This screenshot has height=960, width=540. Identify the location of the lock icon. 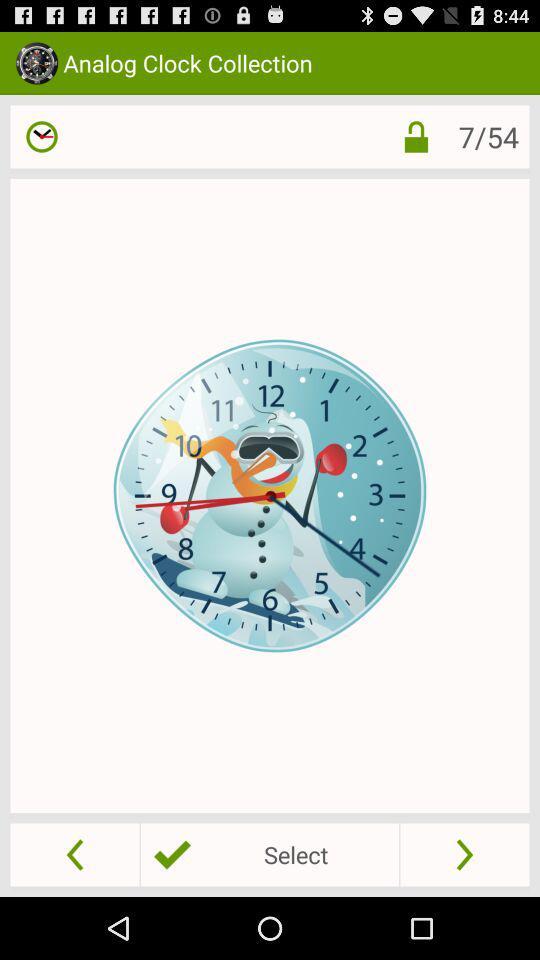
(415, 145).